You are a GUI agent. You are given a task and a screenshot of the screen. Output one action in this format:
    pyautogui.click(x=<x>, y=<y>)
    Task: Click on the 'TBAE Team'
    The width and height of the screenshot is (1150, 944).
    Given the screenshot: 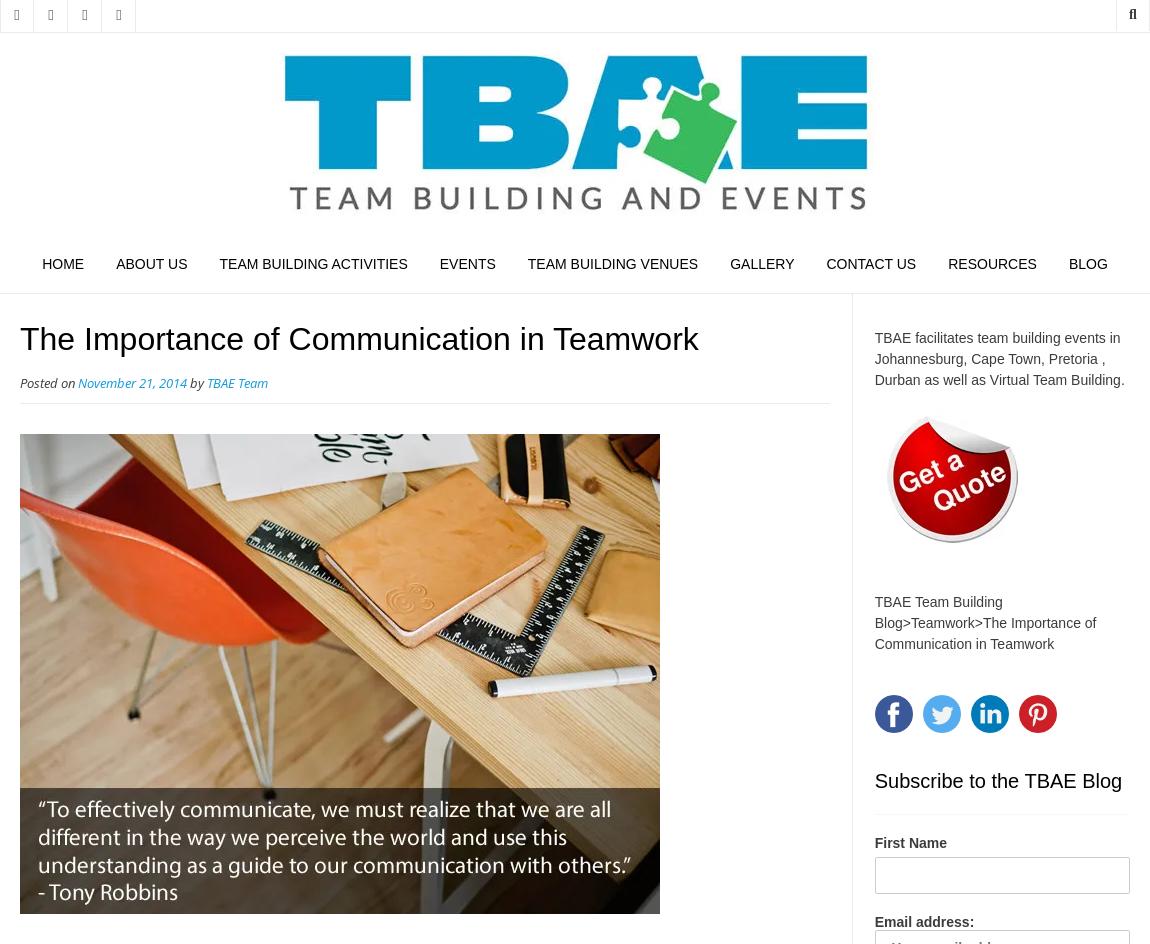 What is the action you would take?
    pyautogui.click(x=236, y=382)
    